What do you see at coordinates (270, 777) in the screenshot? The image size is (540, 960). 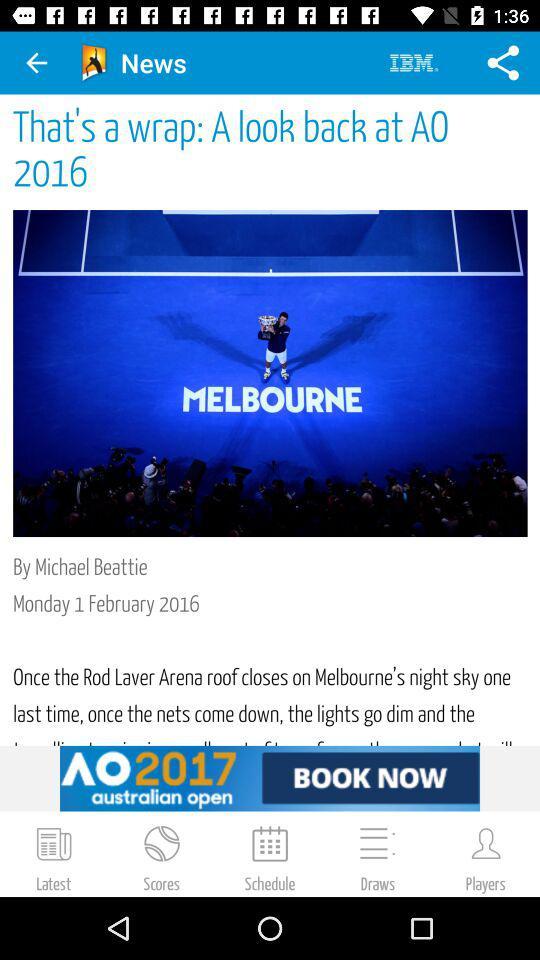 I see `advertisement link` at bounding box center [270, 777].